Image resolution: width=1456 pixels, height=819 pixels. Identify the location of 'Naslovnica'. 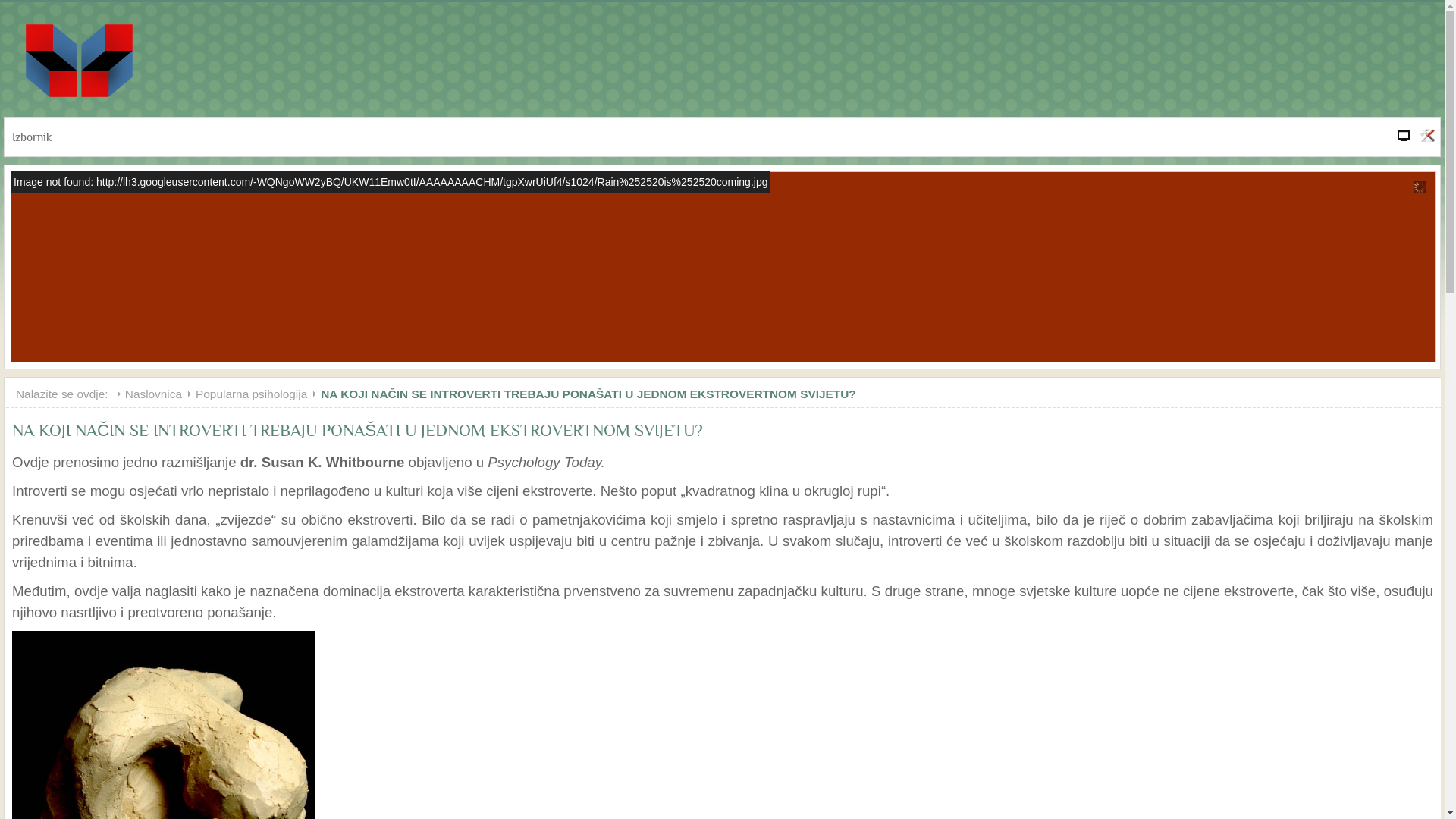
(160, 393).